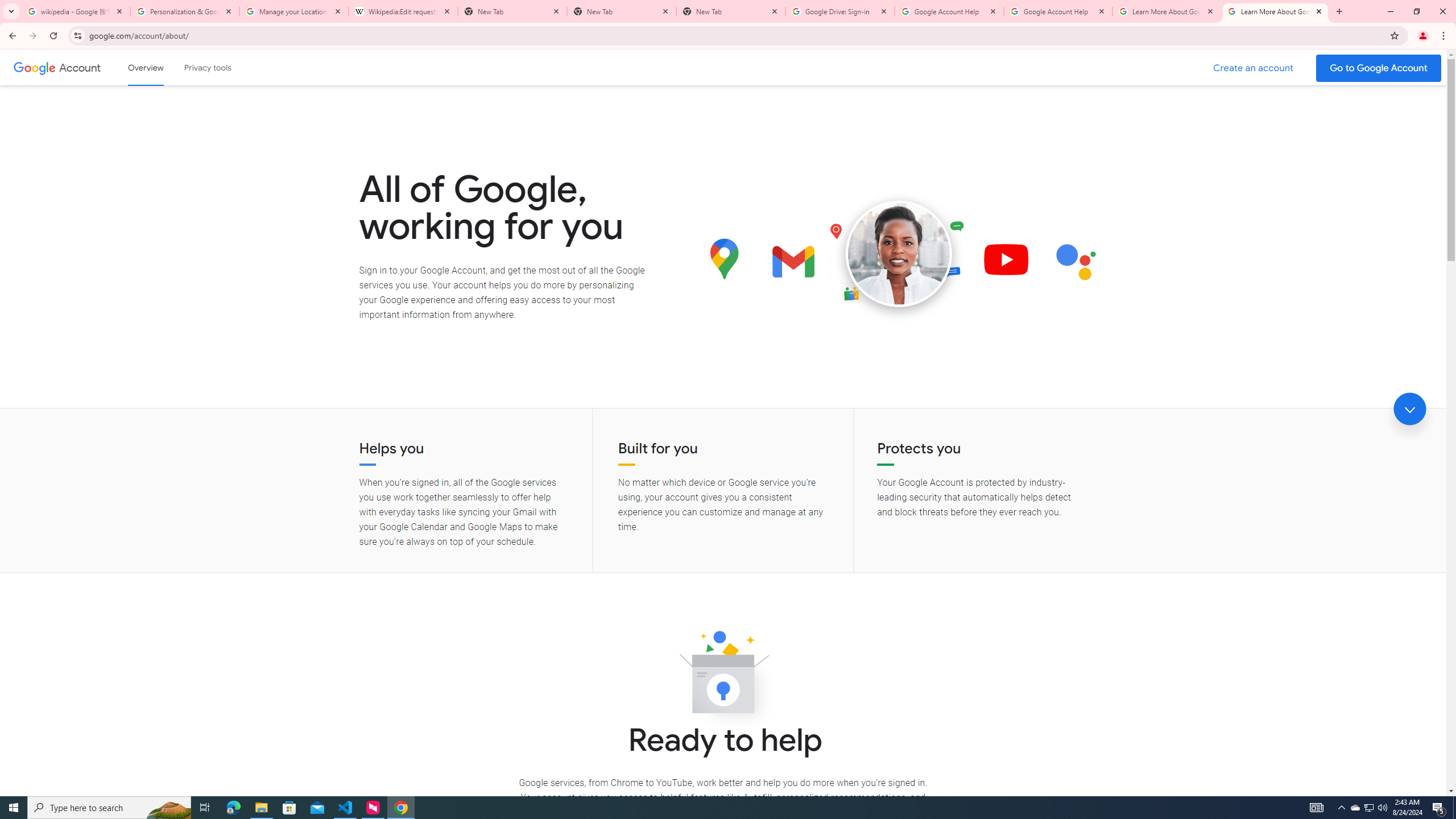 The image size is (1456, 819). What do you see at coordinates (34, 67) in the screenshot?
I see `'Google logo'` at bounding box center [34, 67].